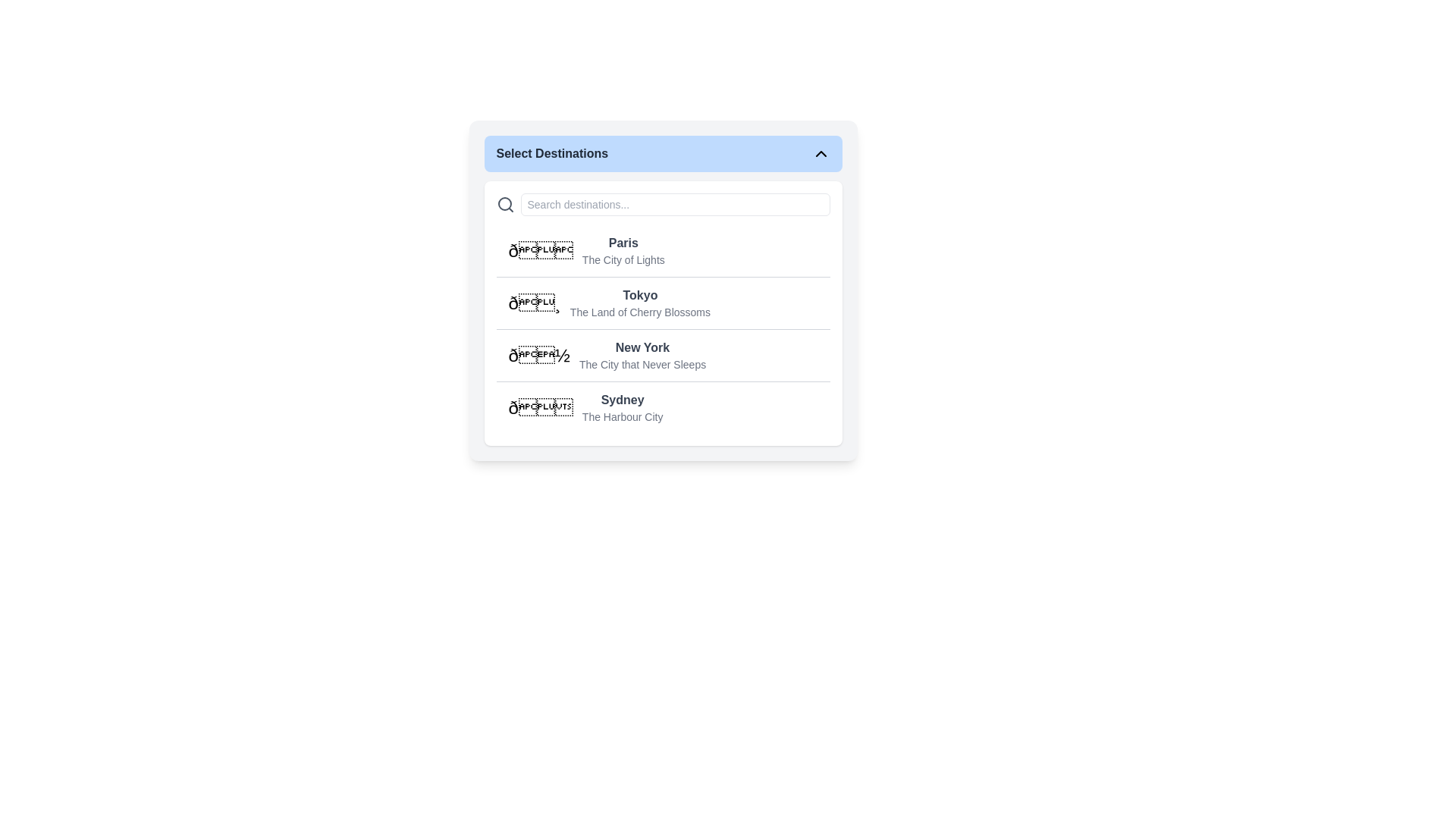  What do you see at coordinates (642, 356) in the screenshot?
I see `the selectable list item for 'New York' in the dropdown menu under 'Select Destinations'` at bounding box center [642, 356].